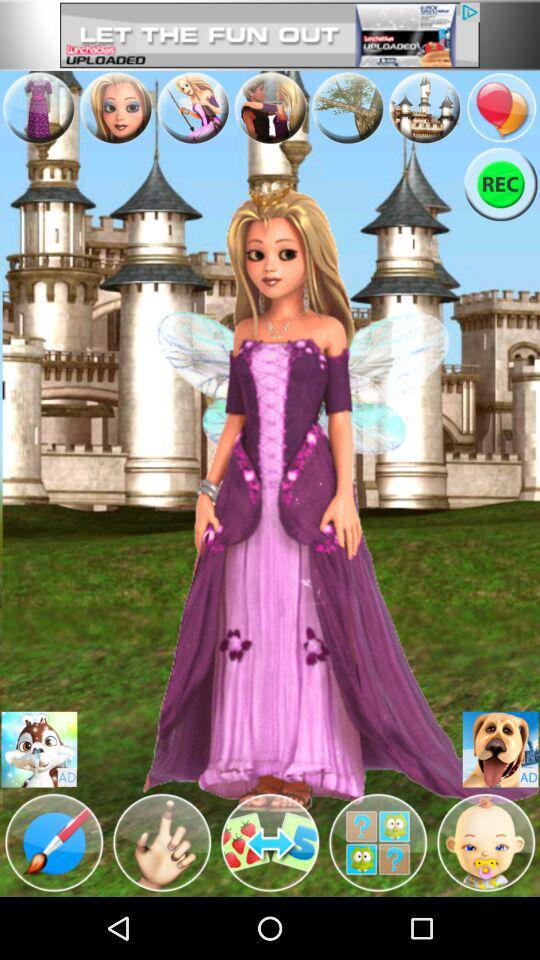 This screenshot has width=540, height=960. Describe the element at coordinates (270, 34) in the screenshot. I see `advertisement page` at that location.